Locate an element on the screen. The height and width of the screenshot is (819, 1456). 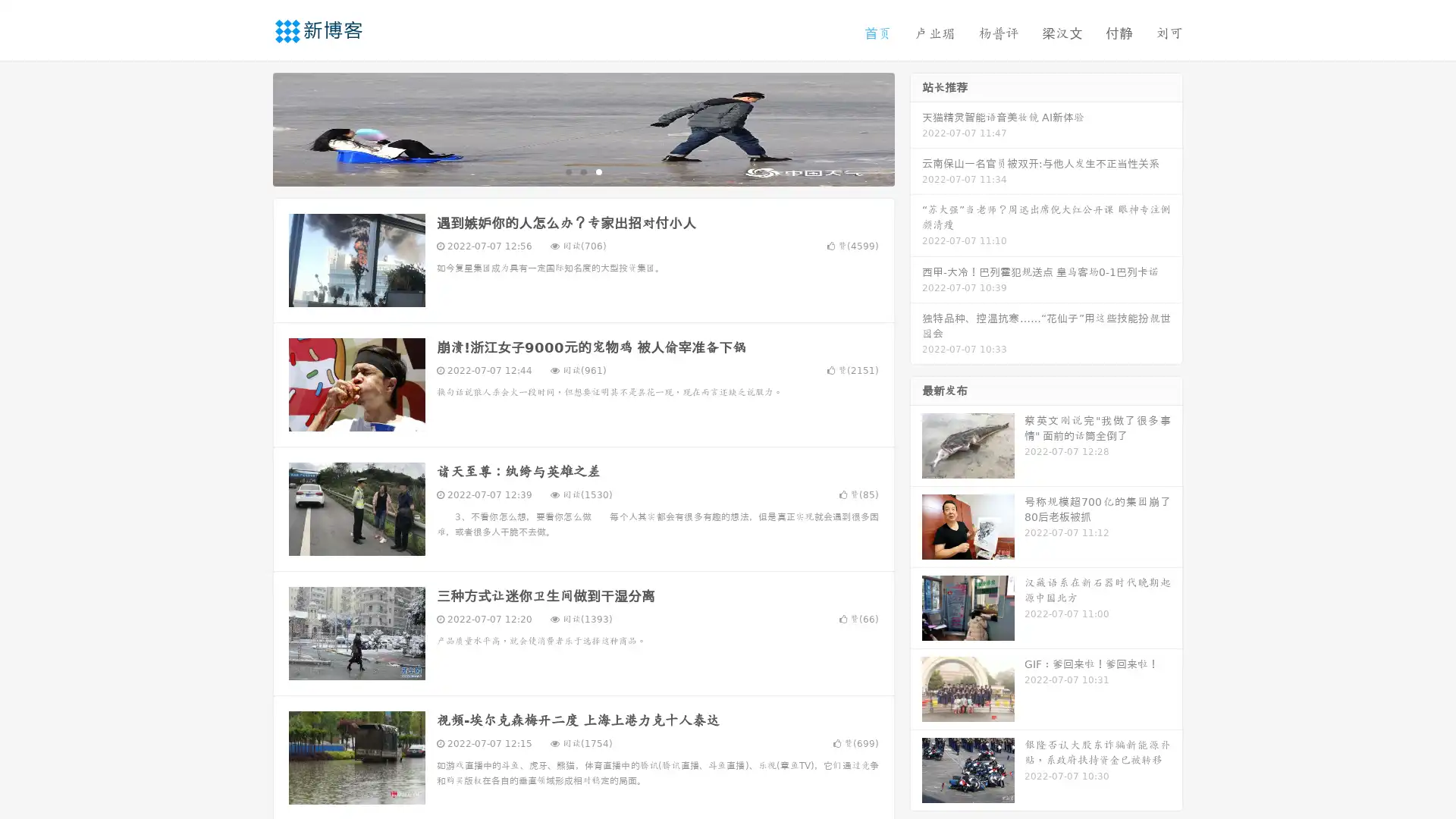
Go to slide 3 is located at coordinates (598, 171).